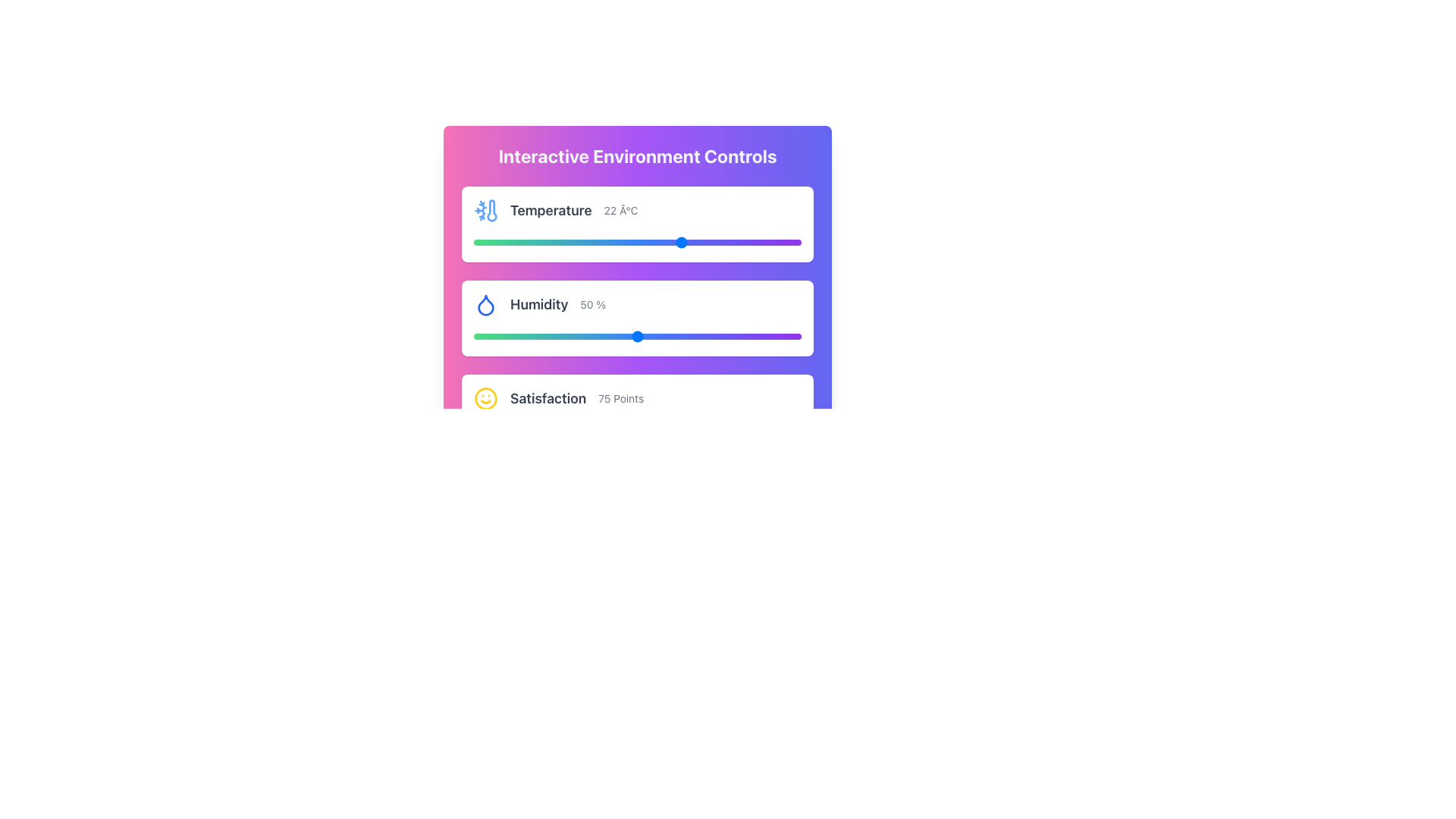 Image resolution: width=1456 pixels, height=819 pixels. What do you see at coordinates (768, 335) in the screenshot?
I see `humidity` at bounding box center [768, 335].